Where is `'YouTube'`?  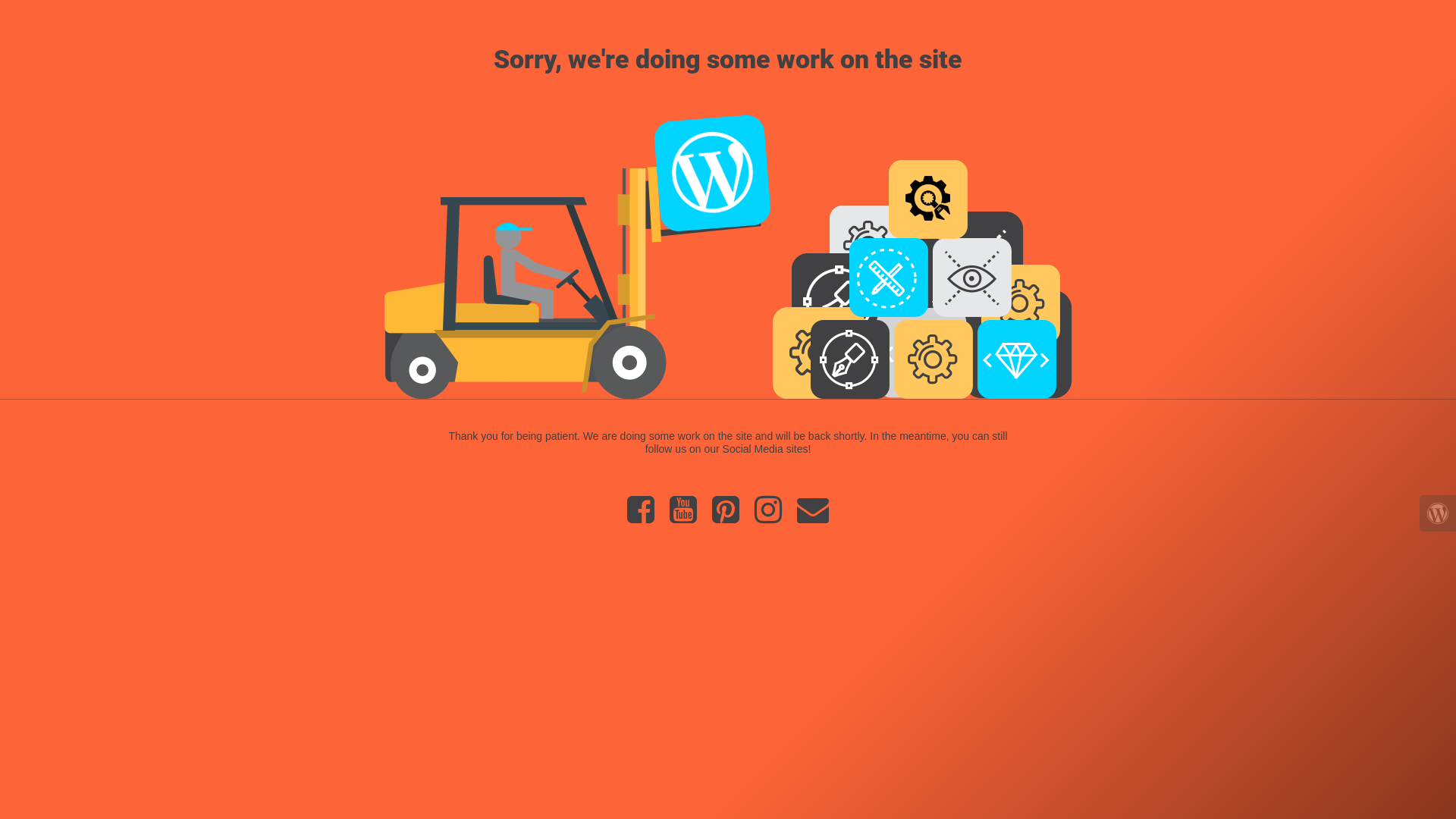
'YouTube' is located at coordinates (662, 516).